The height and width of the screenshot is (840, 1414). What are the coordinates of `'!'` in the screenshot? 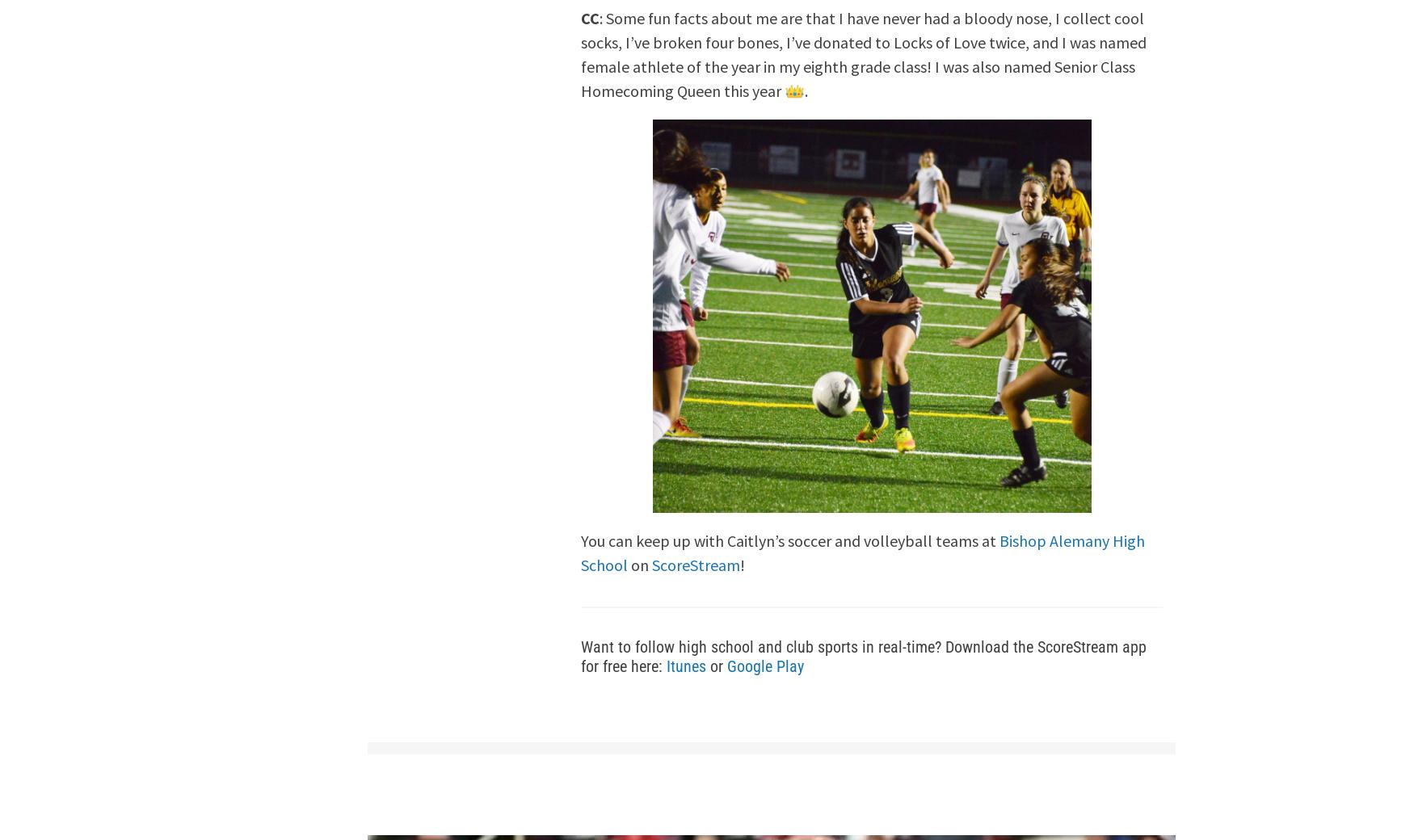 It's located at (741, 565).